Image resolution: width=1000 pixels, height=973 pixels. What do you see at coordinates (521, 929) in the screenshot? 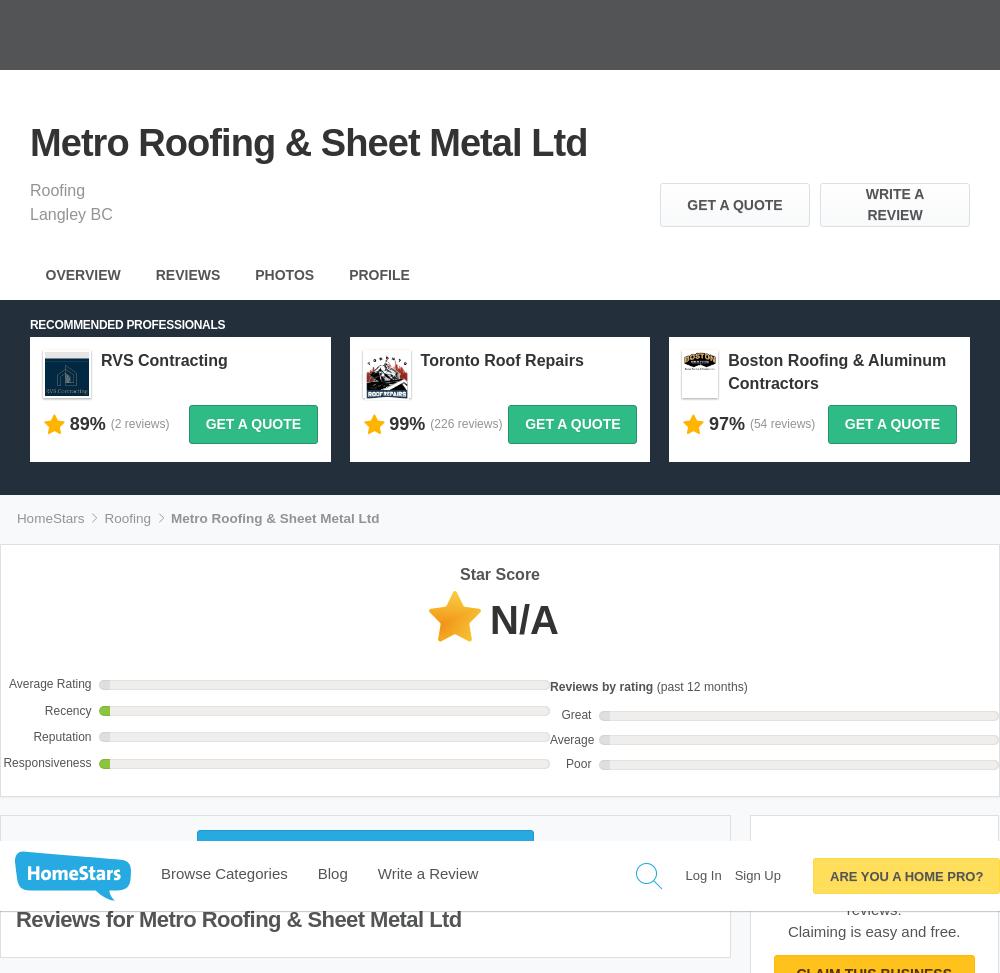
I see `'Terms of Use'` at bounding box center [521, 929].